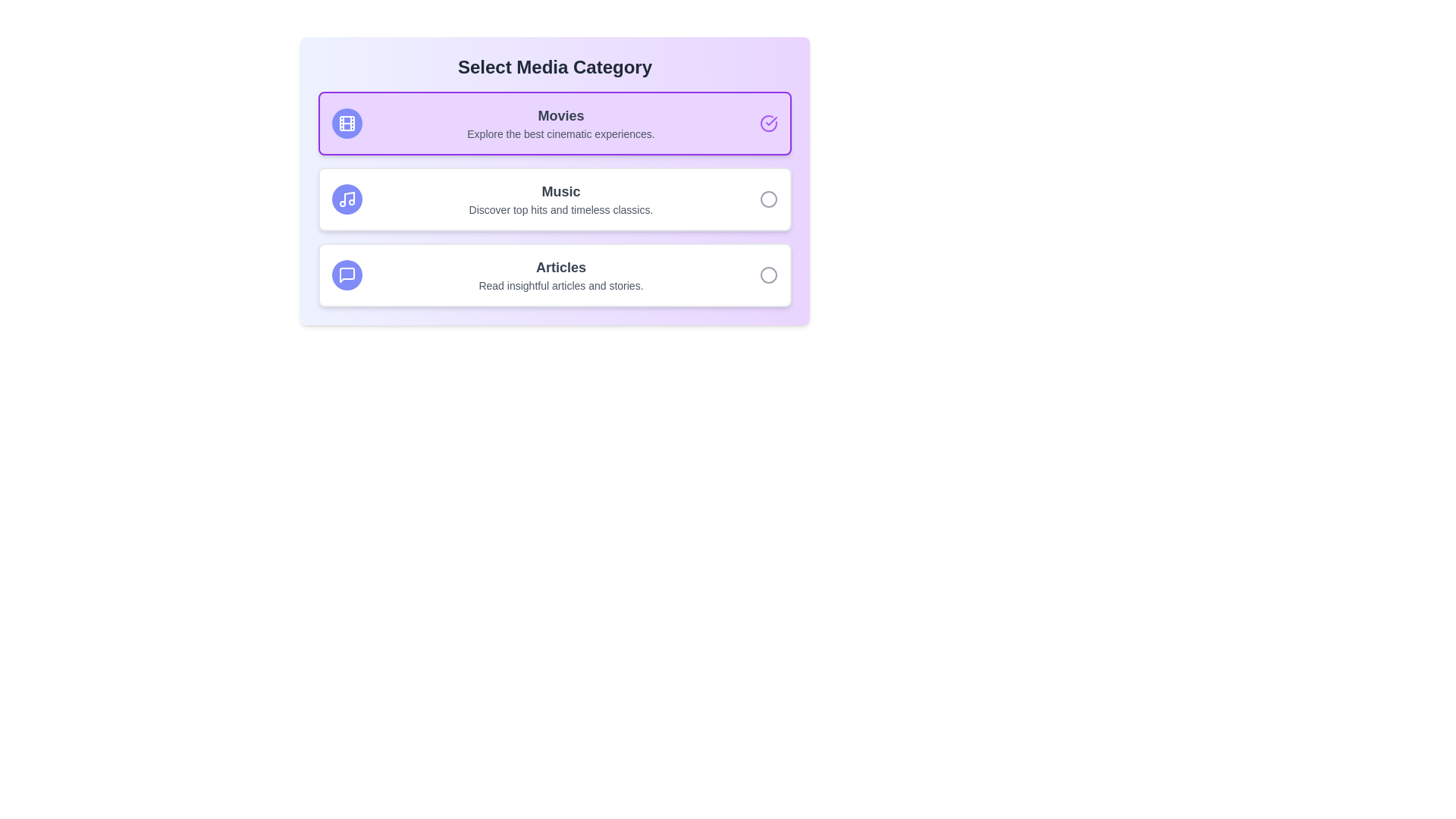 This screenshot has width=1456, height=819. What do you see at coordinates (560, 286) in the screenshot?
I see `the text providing additional information about the 'Articles' option in the media category selection list, which is located below the 'Articles' text` at bounding box center [560, 286].